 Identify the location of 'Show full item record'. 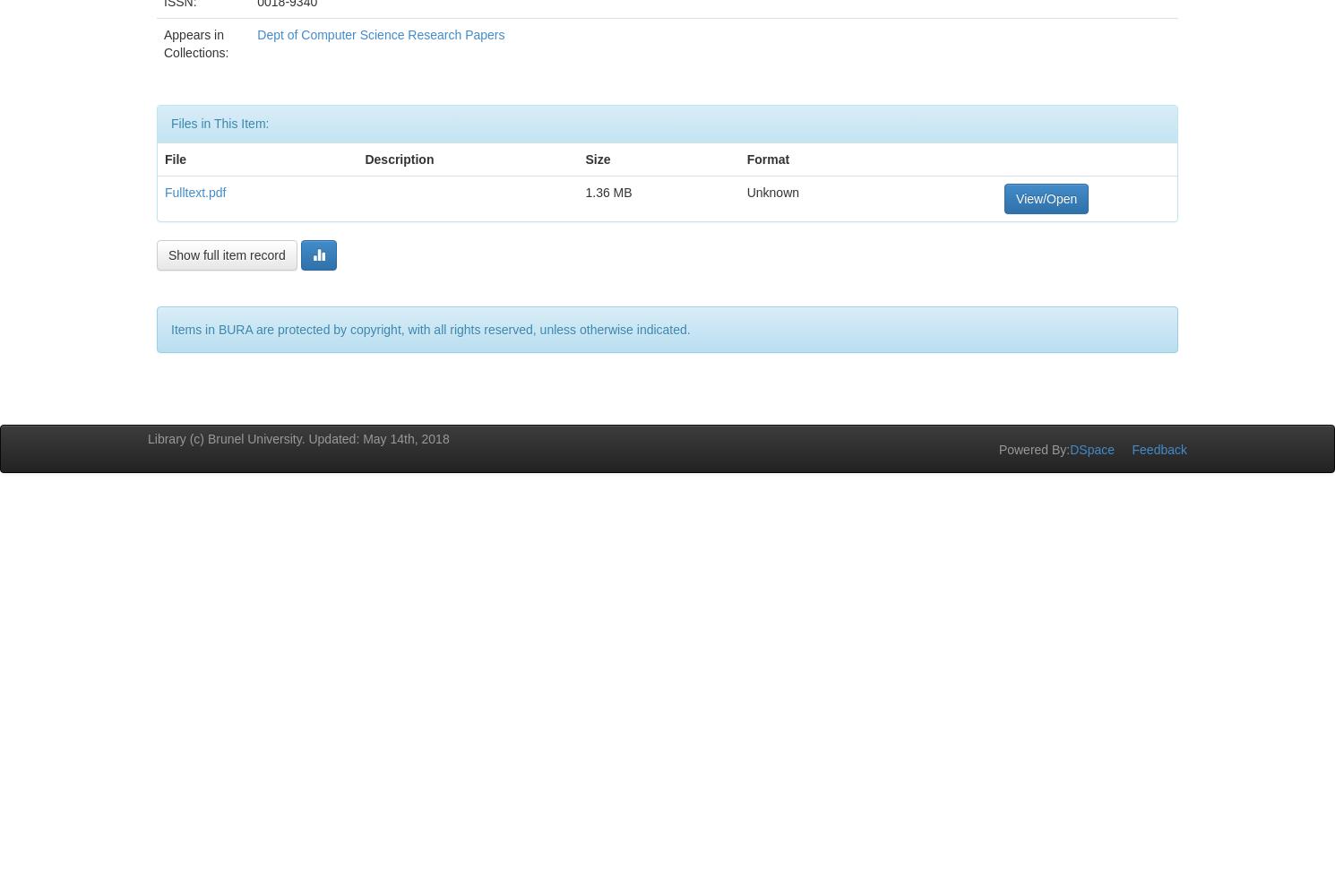
(226, 254).